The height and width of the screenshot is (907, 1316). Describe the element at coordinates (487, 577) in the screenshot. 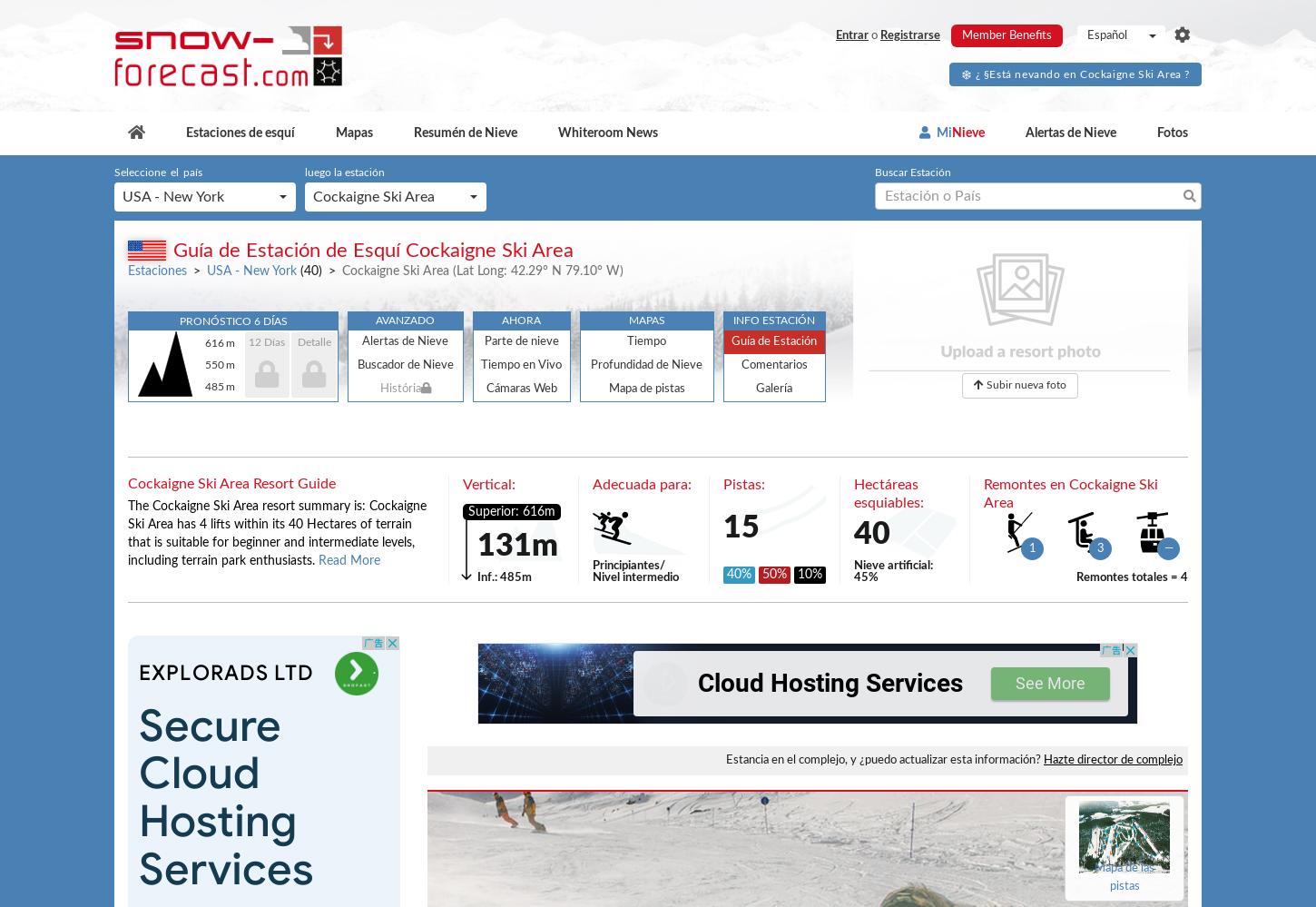

I see `'Inf.:'` at that location.